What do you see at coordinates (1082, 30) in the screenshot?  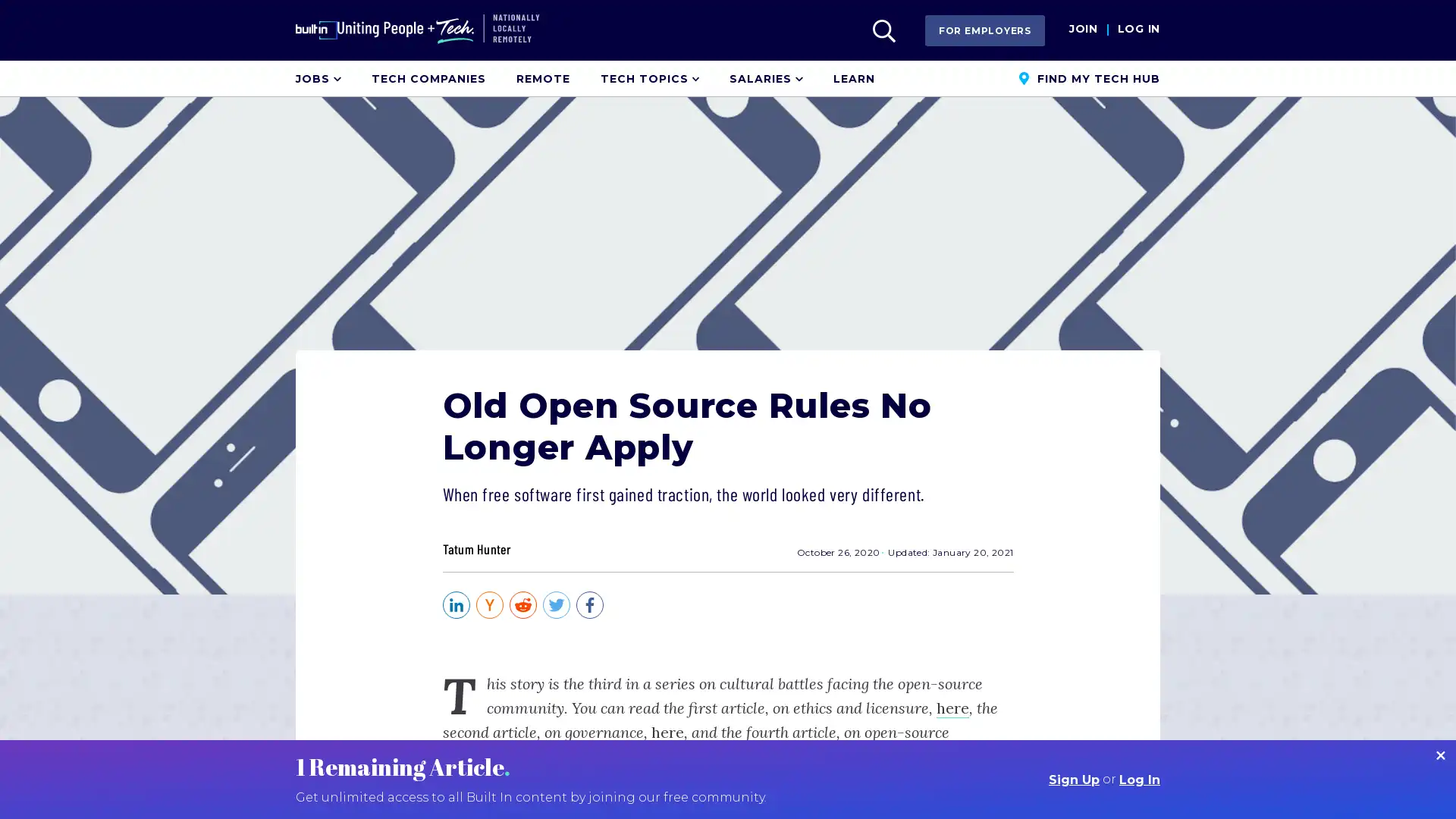 I see `JOIN` at bounding box center [1082, 30].